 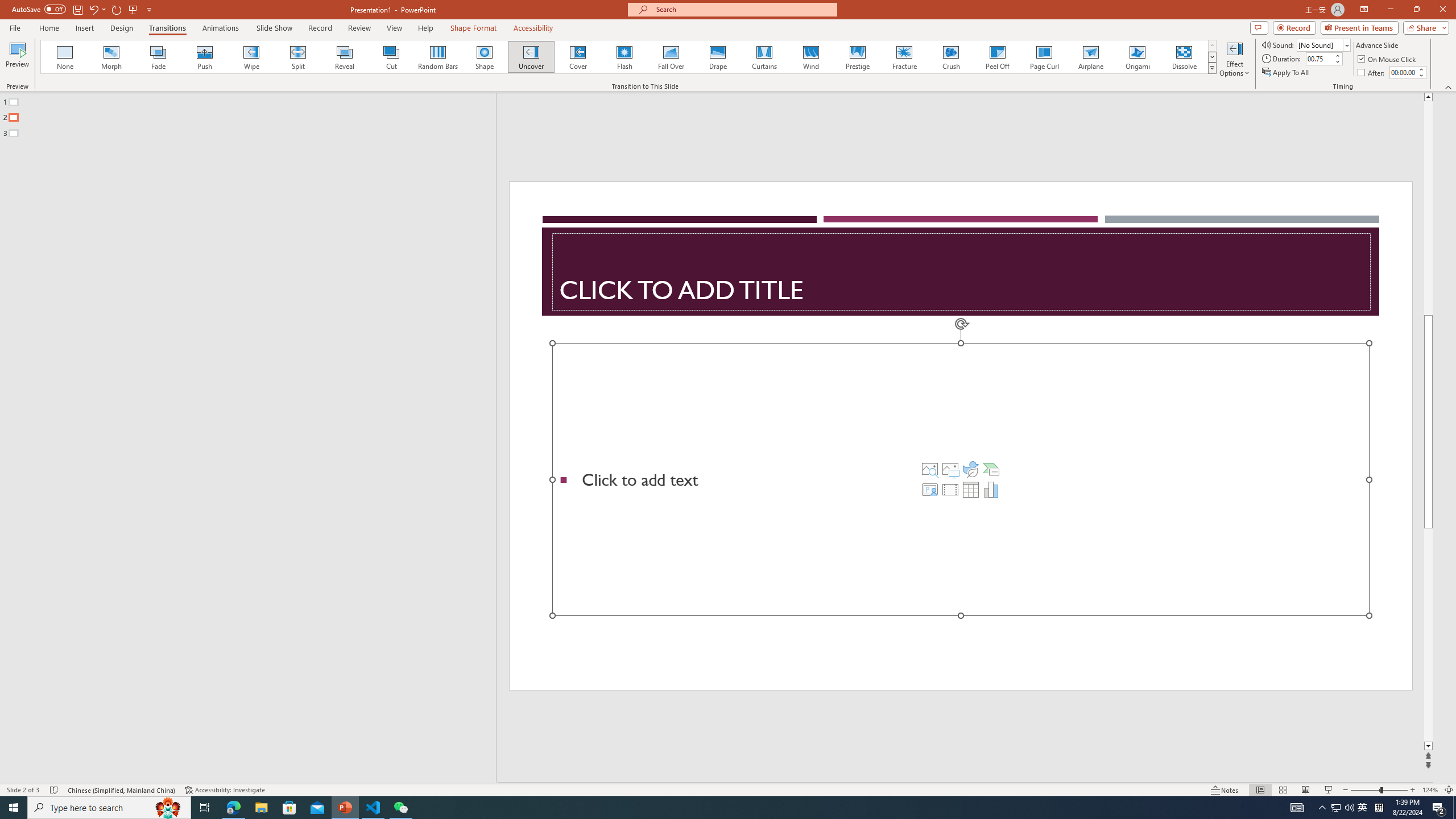 What do you see at coordinates (204, 56) in the screenshot?
I see `'Push'` at bounding box center [204, 56].